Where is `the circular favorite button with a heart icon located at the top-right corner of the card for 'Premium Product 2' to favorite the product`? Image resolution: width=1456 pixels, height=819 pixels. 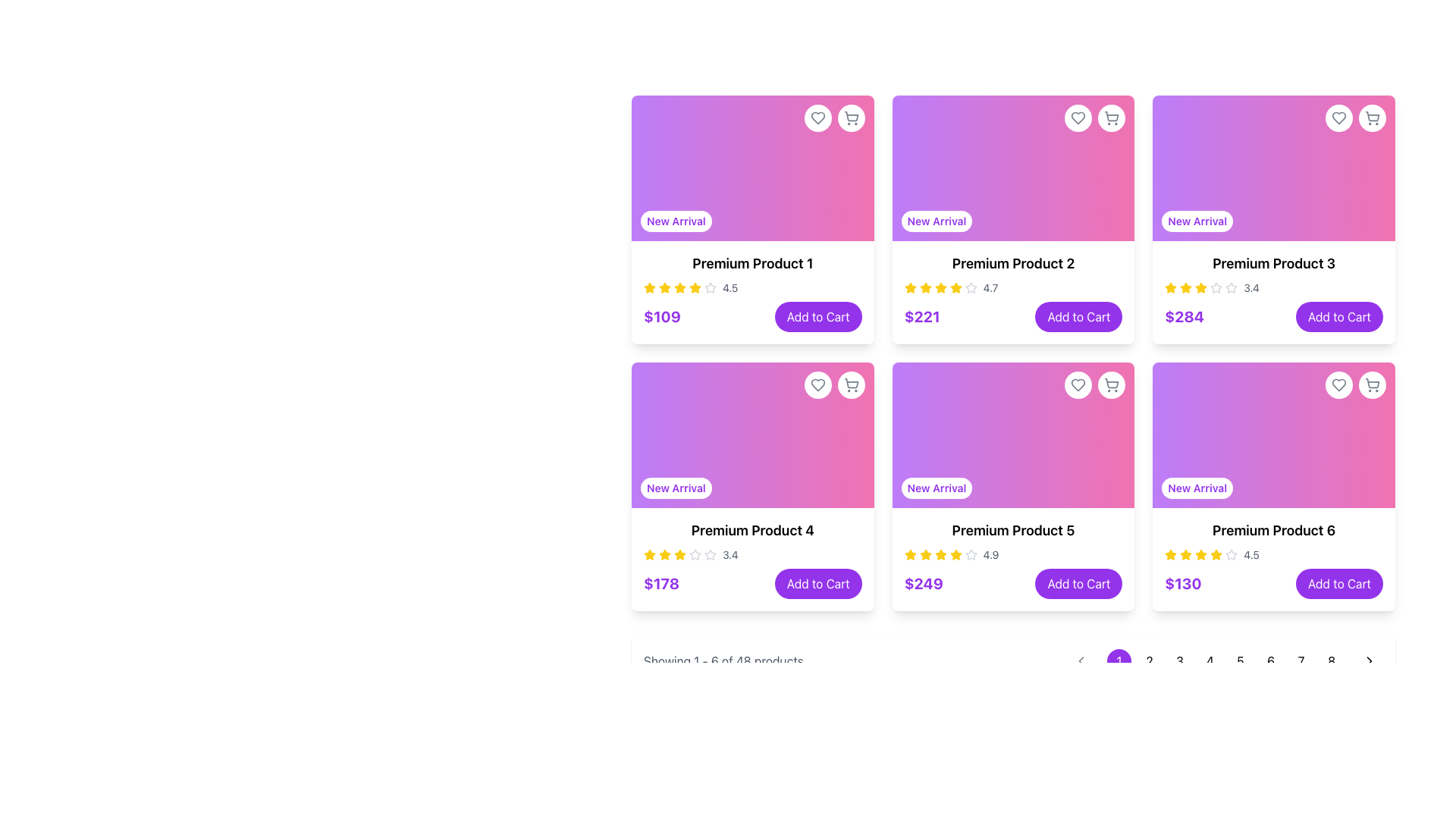
the circular favorite button with a heart icon located at the top-right corner of the card for 'Premium Product 2' to favorite the product is located at coordinates (1077, 117).